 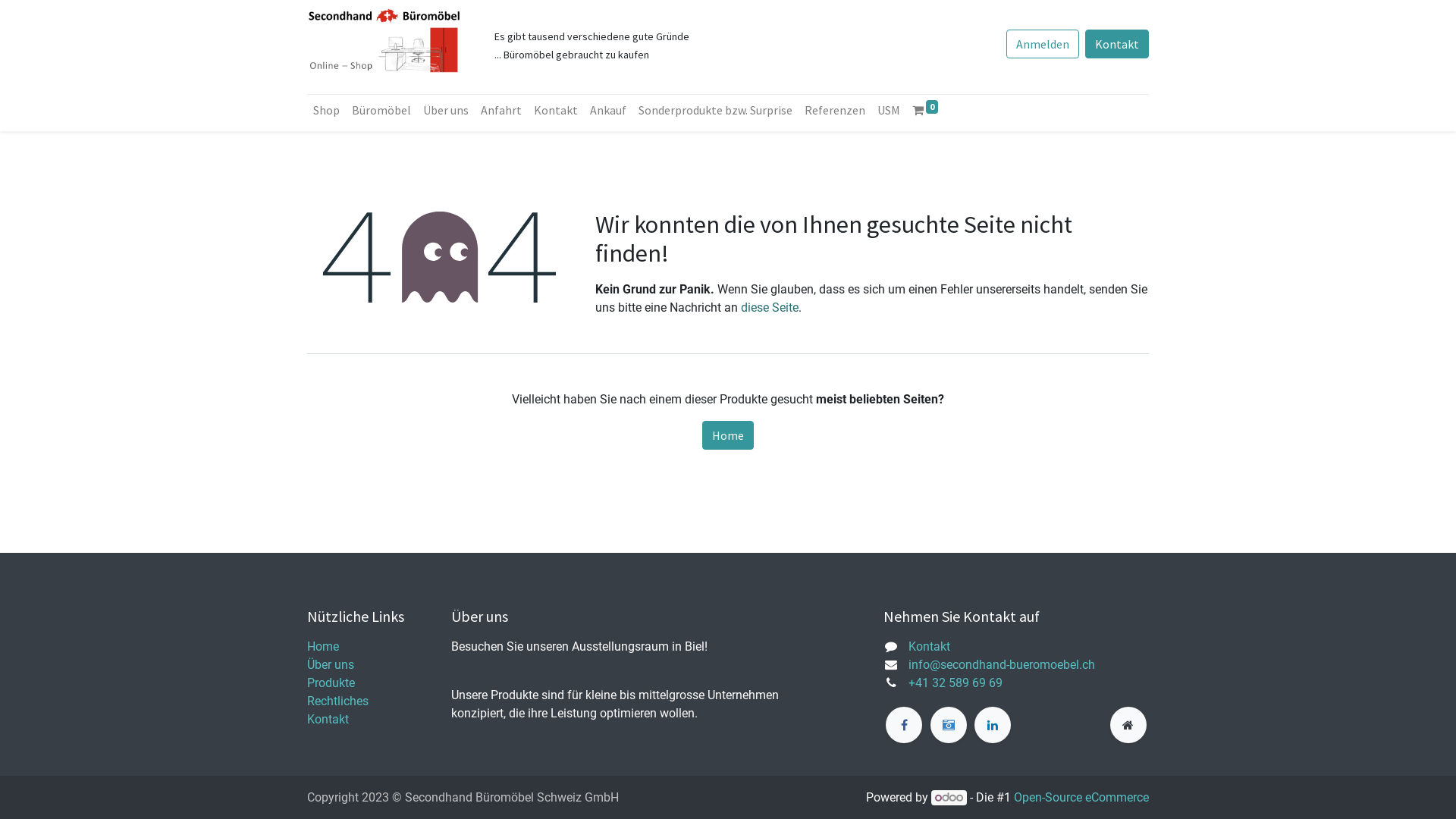 I want to click on '0', so click(x=924, y=109).